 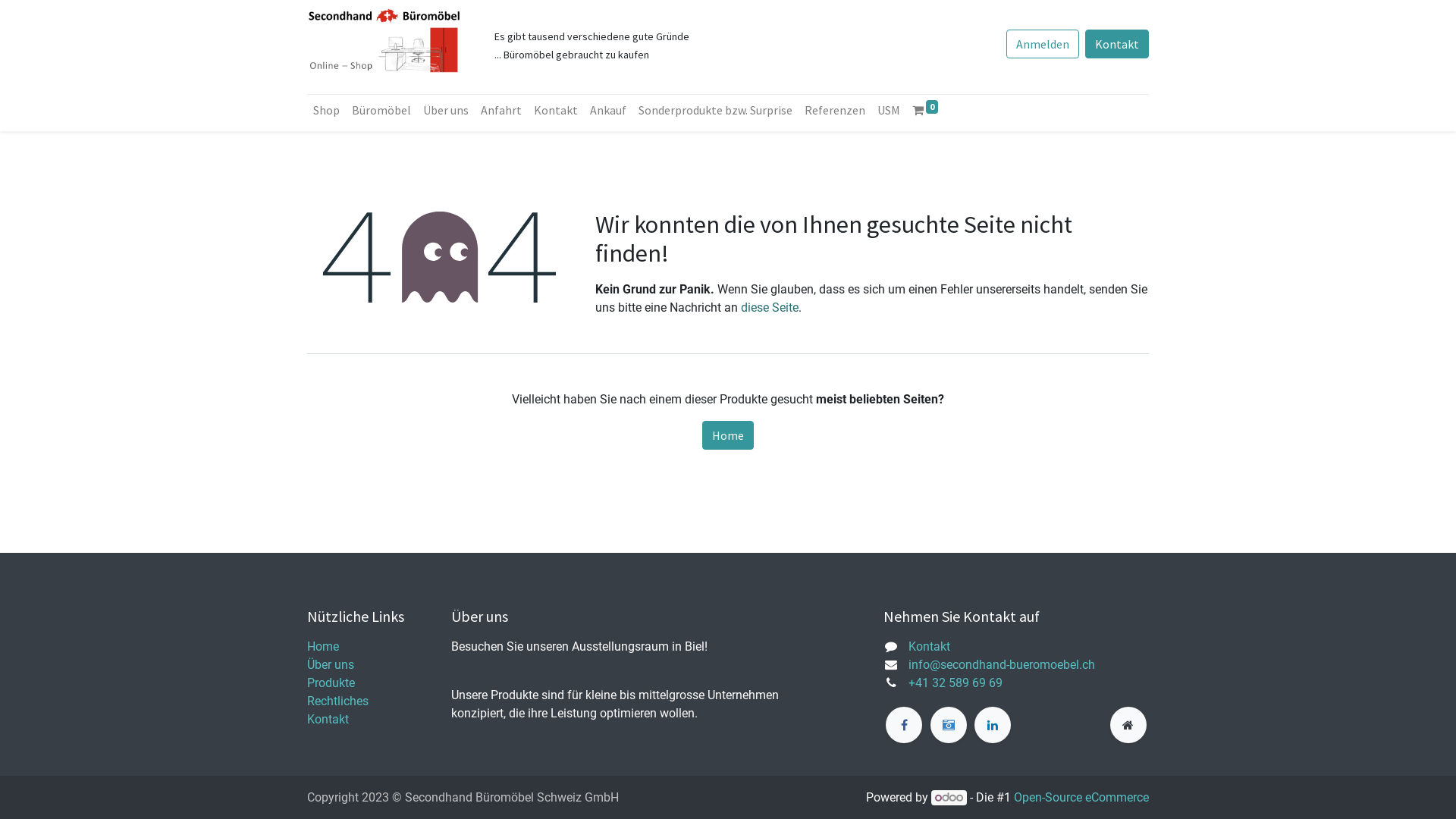 I want to click on '0', so click(x=924, y=109).